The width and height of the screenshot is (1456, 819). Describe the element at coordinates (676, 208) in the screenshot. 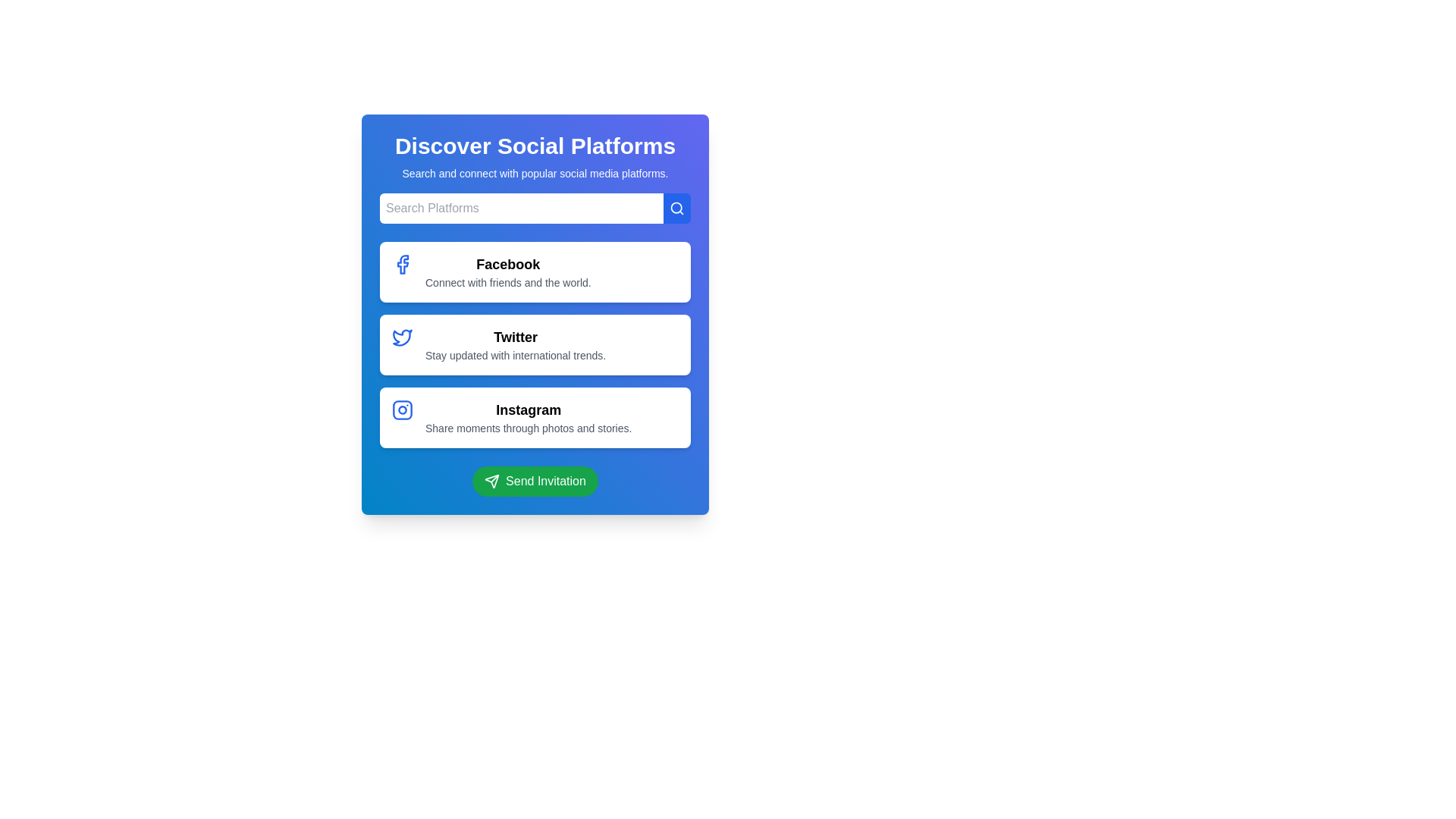

I see `the small square button with a blue background and a magnifying glass icon` at that location.